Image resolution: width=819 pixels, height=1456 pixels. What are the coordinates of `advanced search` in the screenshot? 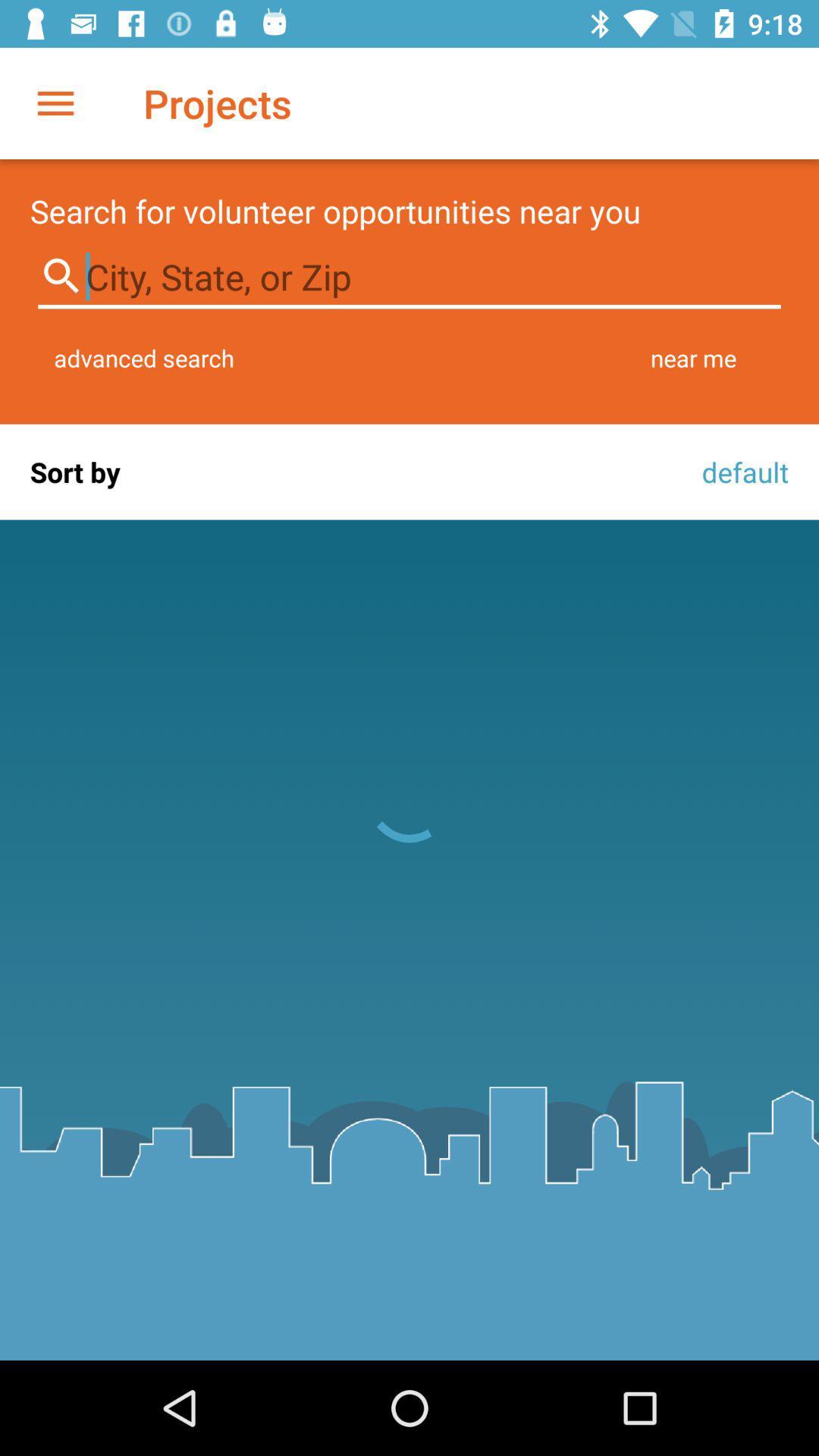 It's located at (144, 357).